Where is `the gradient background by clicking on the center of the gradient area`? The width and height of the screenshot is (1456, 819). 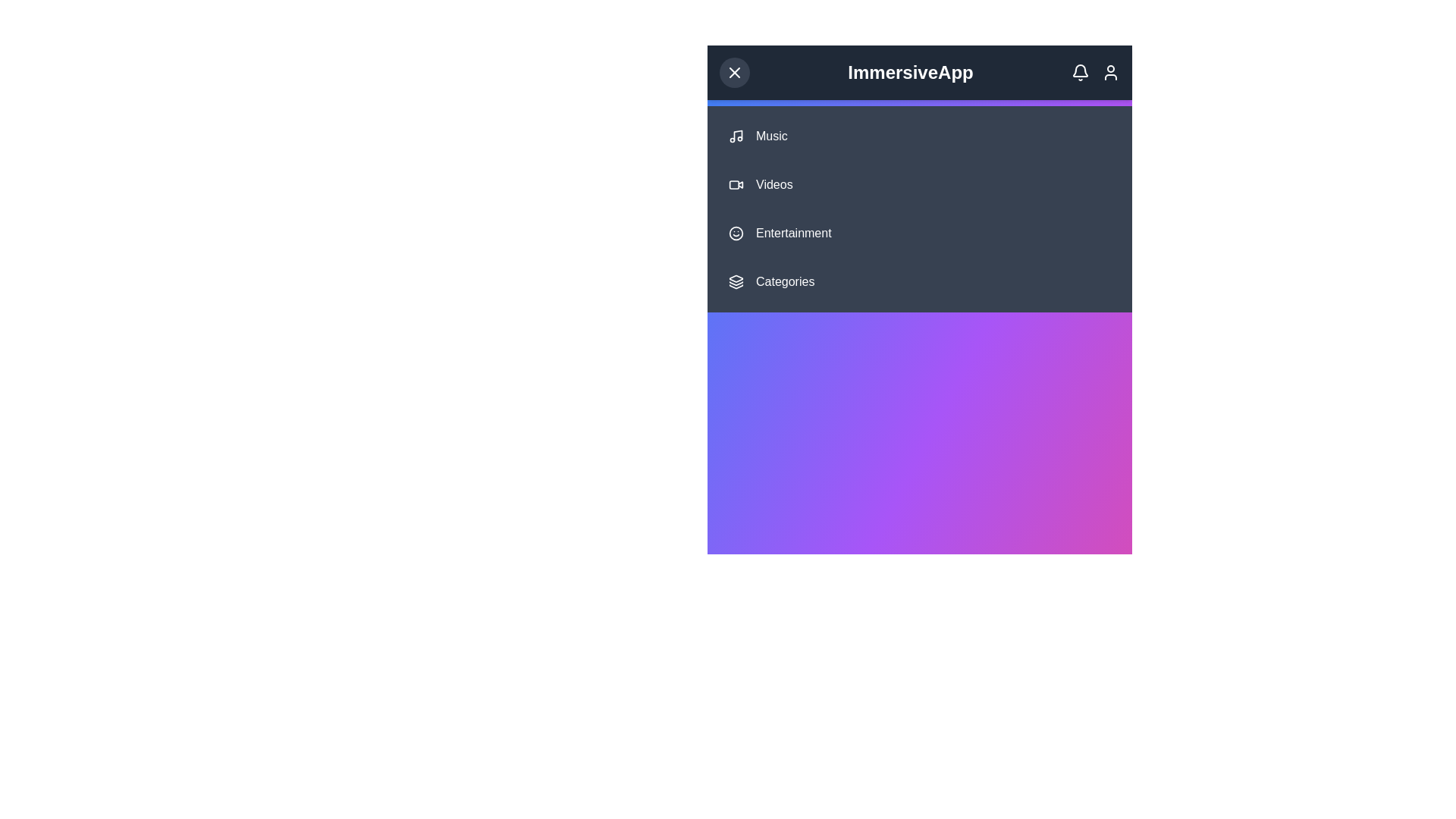 the gradient background by clicking on the center of the gradient area is located at coordinates (919, 454).